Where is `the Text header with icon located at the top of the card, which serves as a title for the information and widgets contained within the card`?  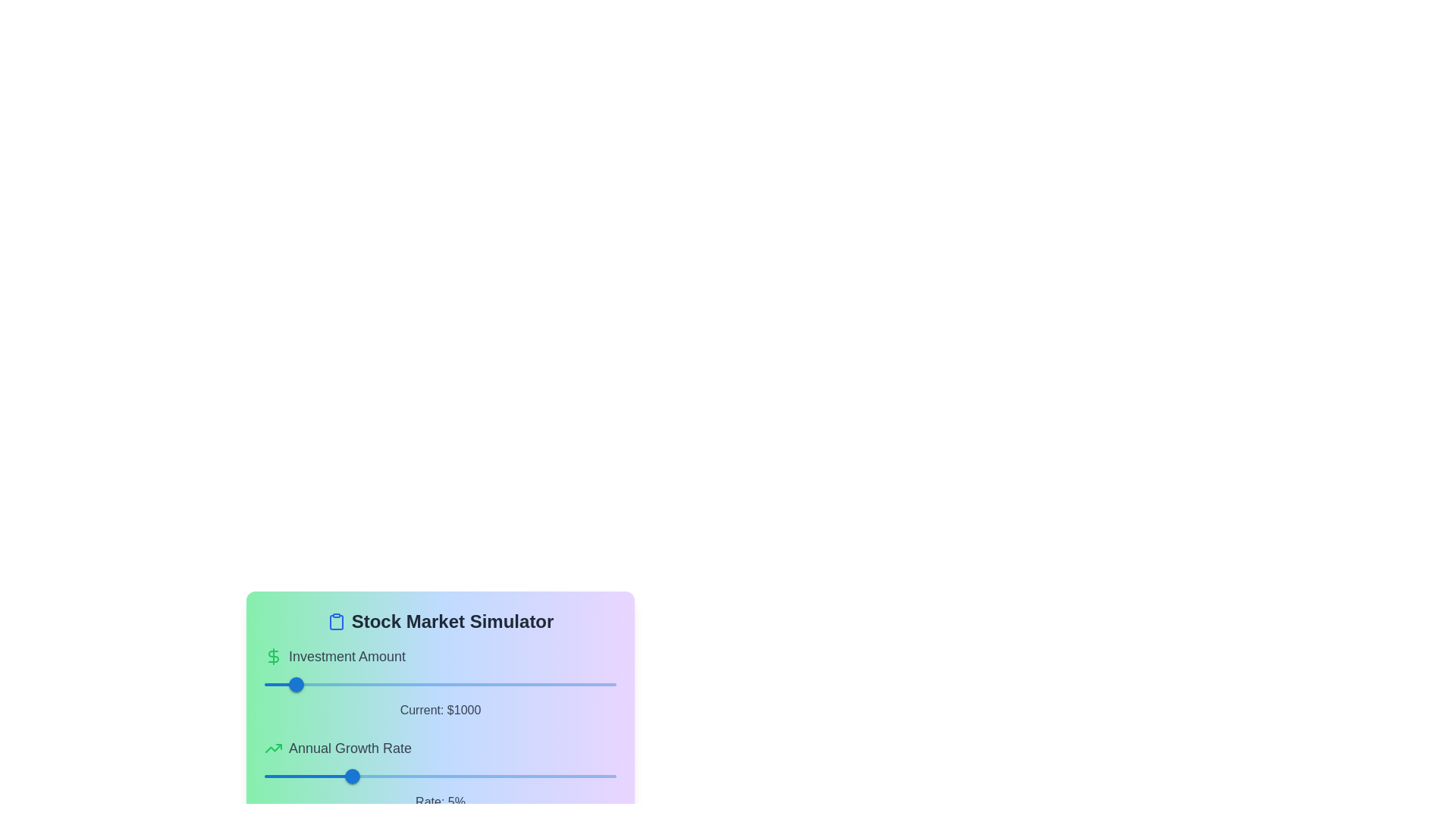 the Text header with icon located at the top of the card, which serves as a title for the information and widgets contained within the card is located at coordinates (439, 622).